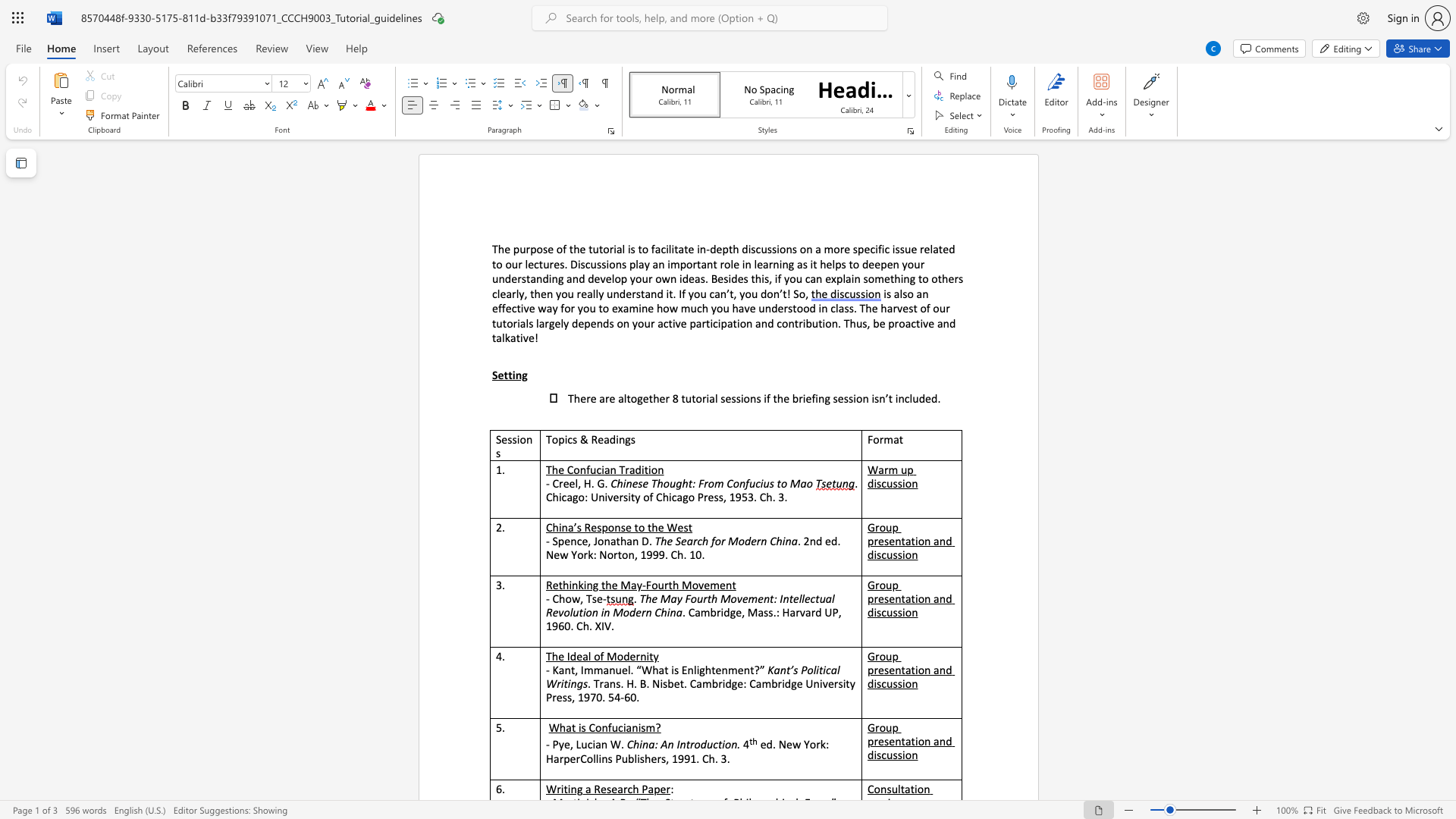 Image resolution: width=1456 pixels, height=819 pixels. I want to click on the subset text "- Cree" within the text "- Creel, H. G.", so click(546, 483).